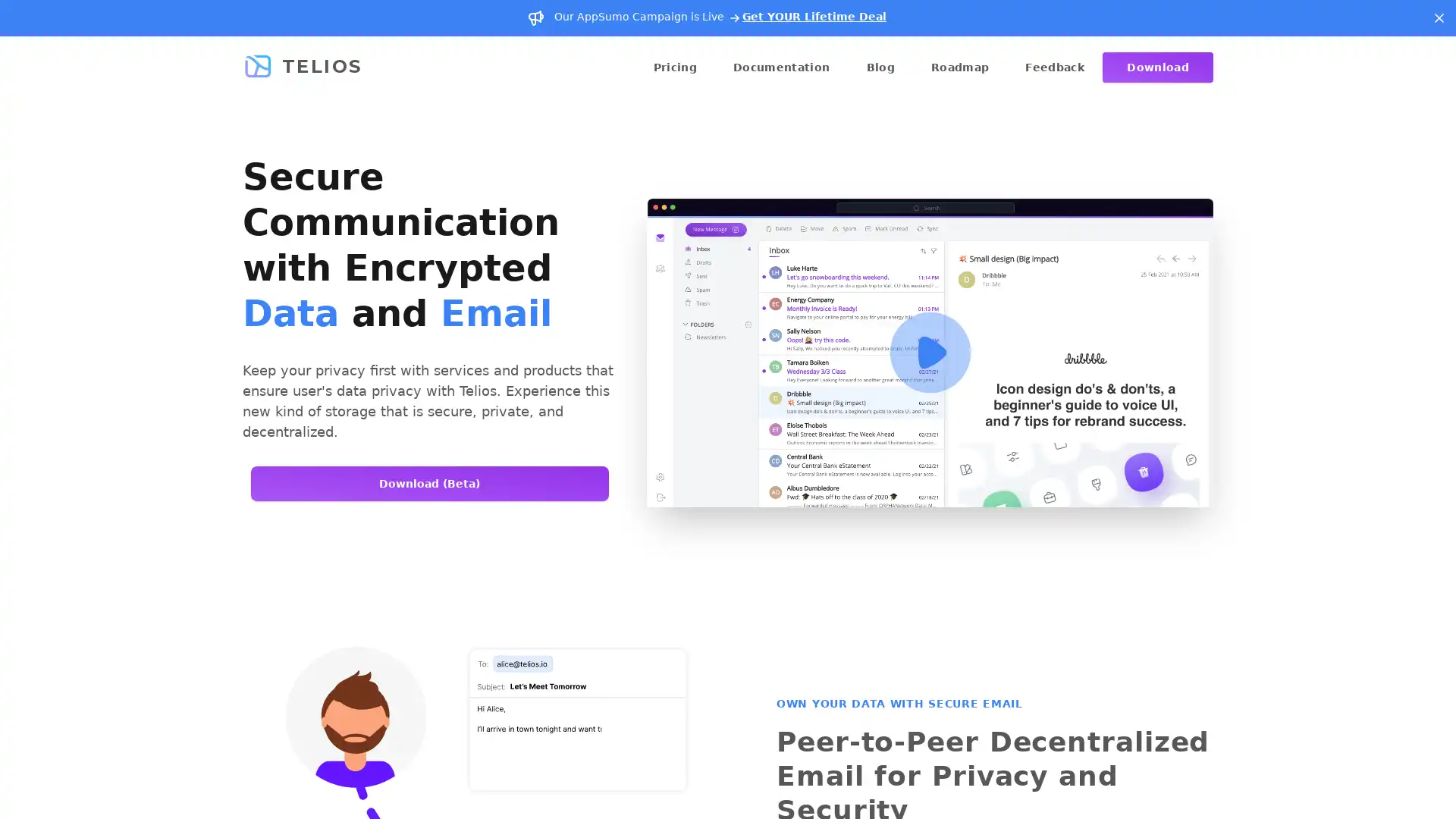 The width and height of the screenshot is (1456, 819). I want to click on Dismiss, so click(1438, 17).